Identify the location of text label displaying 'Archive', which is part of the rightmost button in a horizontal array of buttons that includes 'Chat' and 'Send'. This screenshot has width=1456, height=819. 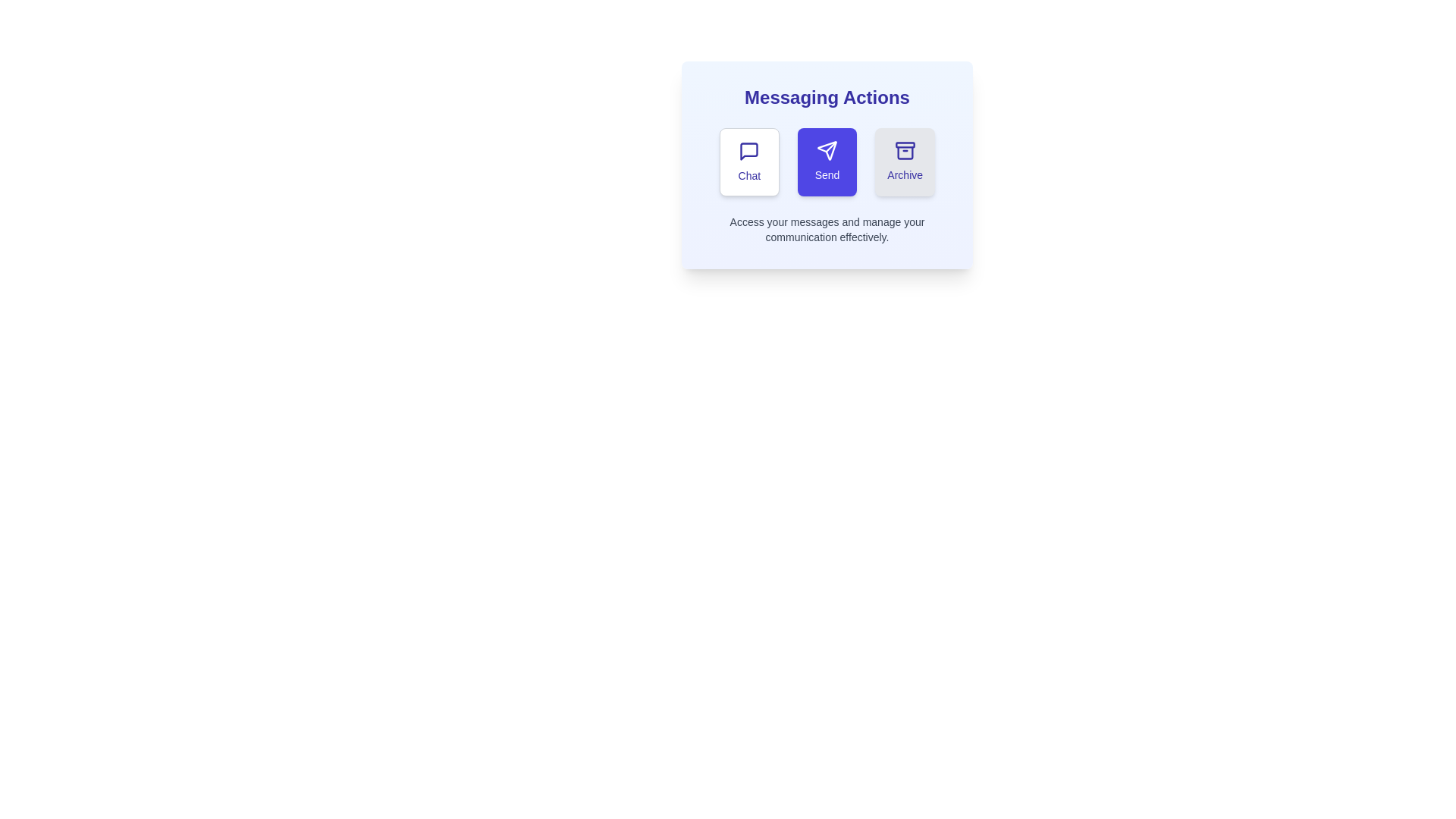
(905, 174).